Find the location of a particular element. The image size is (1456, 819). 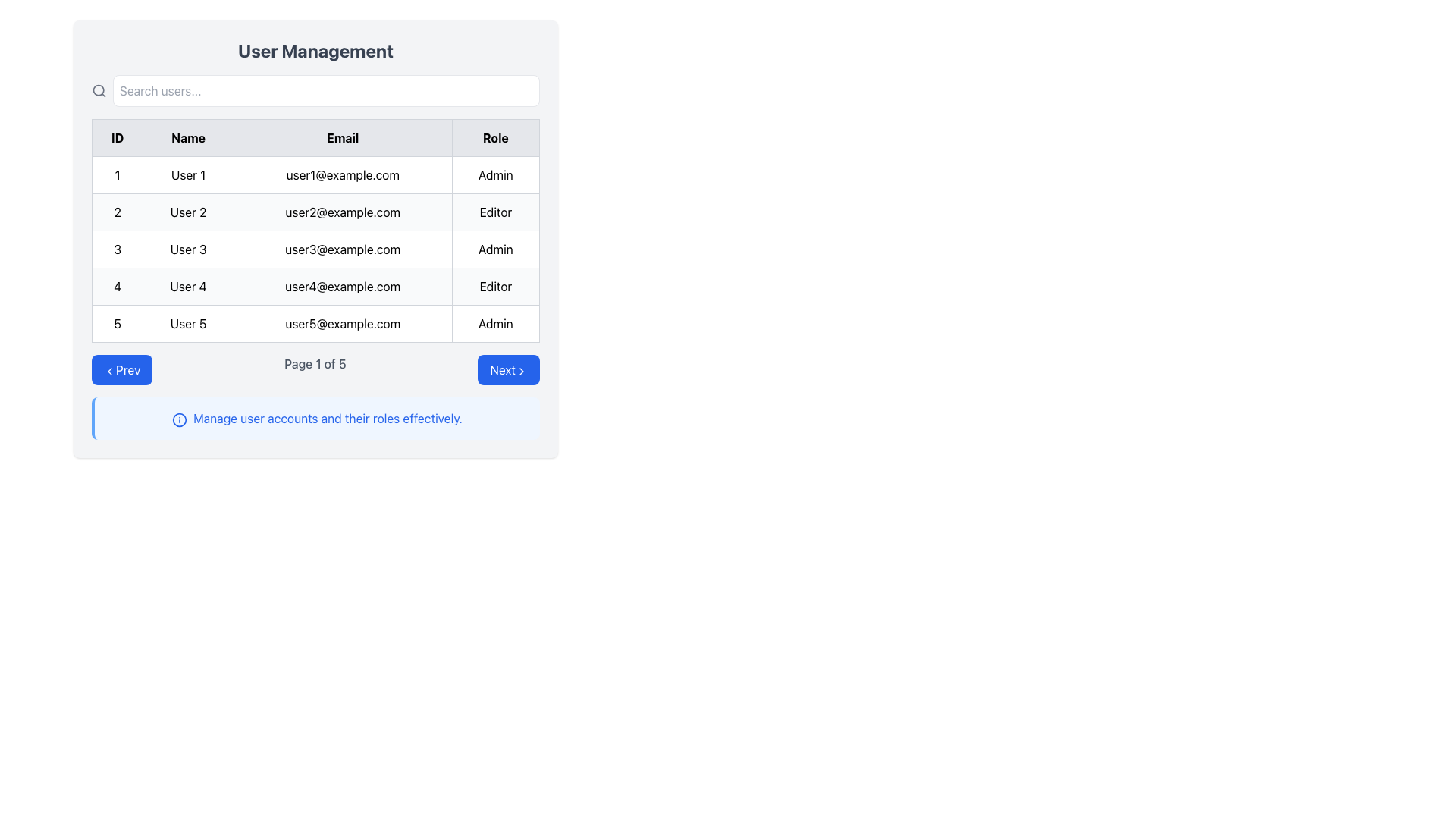

the text label displaying the numeral '1' in the ID cell of the user management table, which is located in the first column of the first row is located at coordinates (117, 174).